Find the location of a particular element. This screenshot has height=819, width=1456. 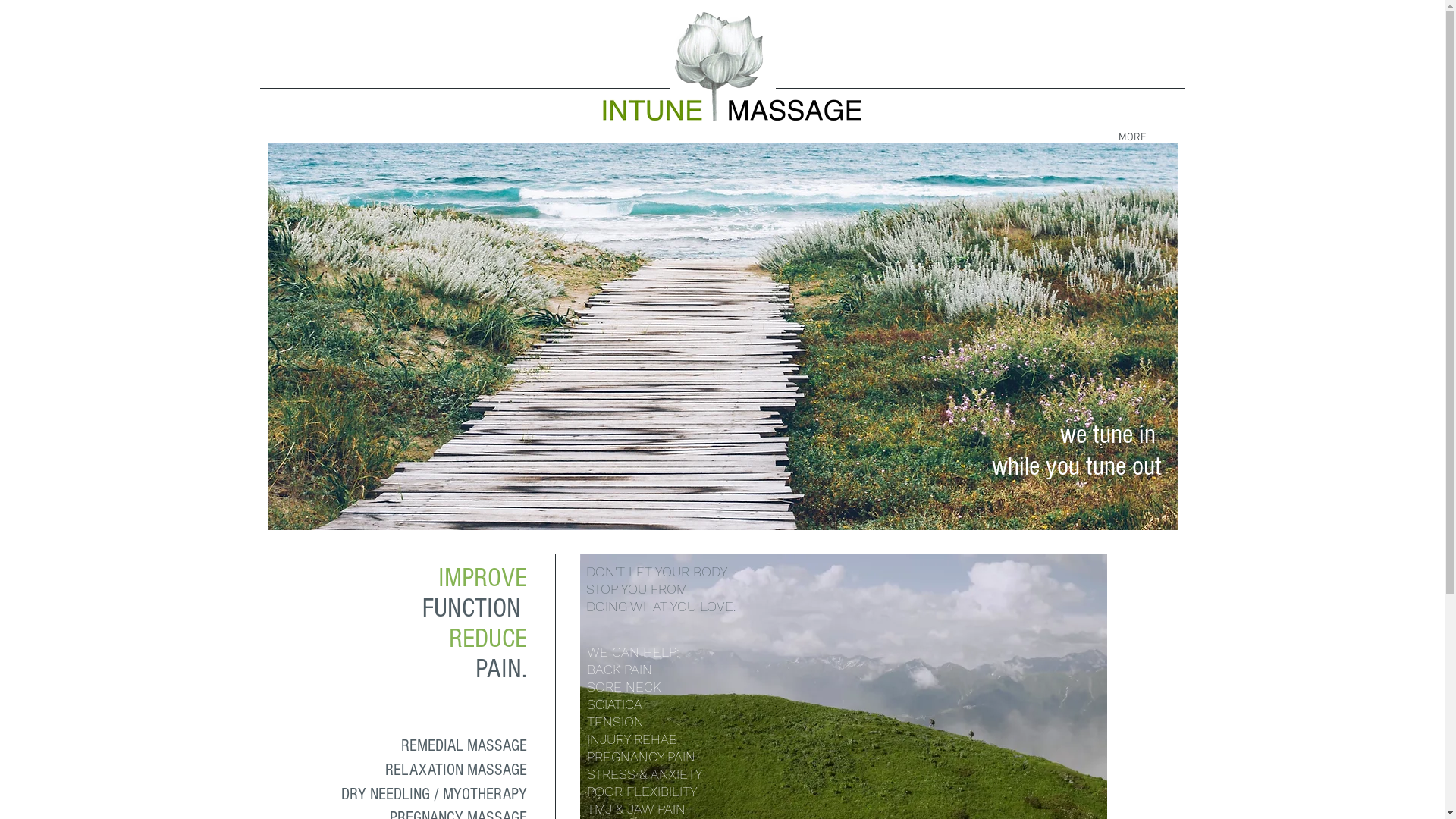

'DON'T LET YOUR BODY ' is located at coordinates (657, 571).